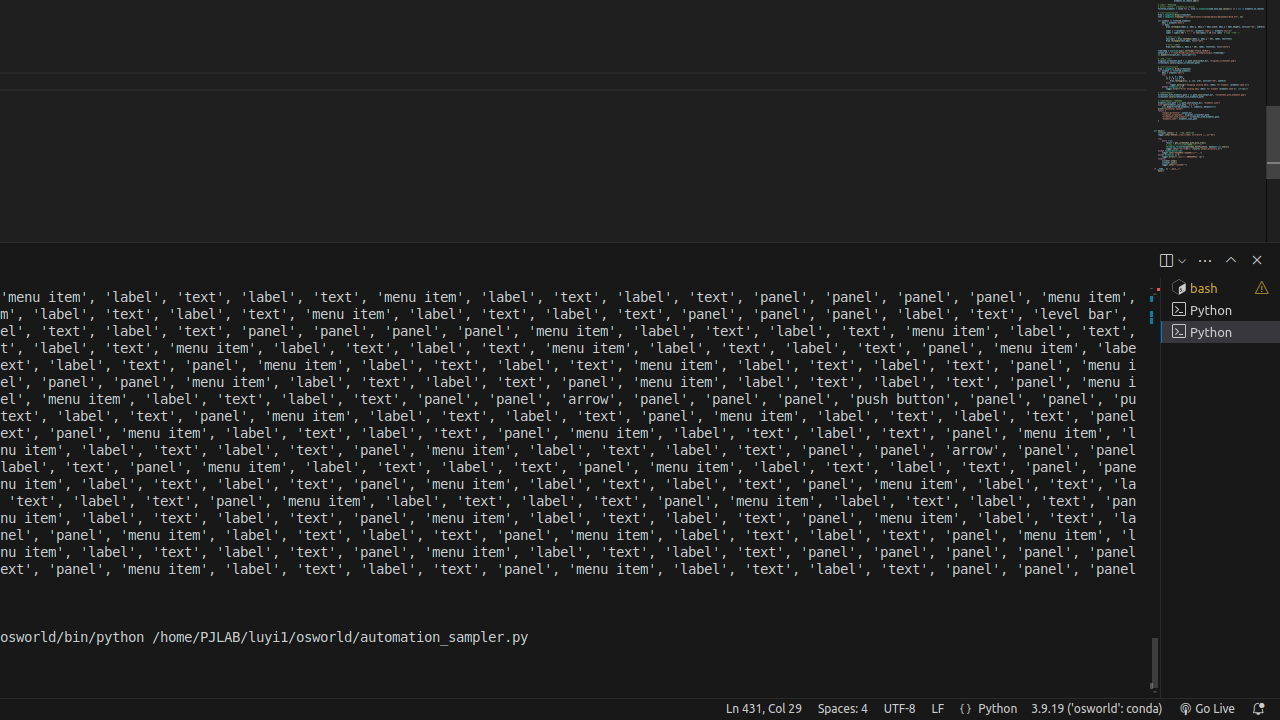  Describe the element at coordinates (842, 707) in the screenshot. I see `'Spaces: 4'` at that location.